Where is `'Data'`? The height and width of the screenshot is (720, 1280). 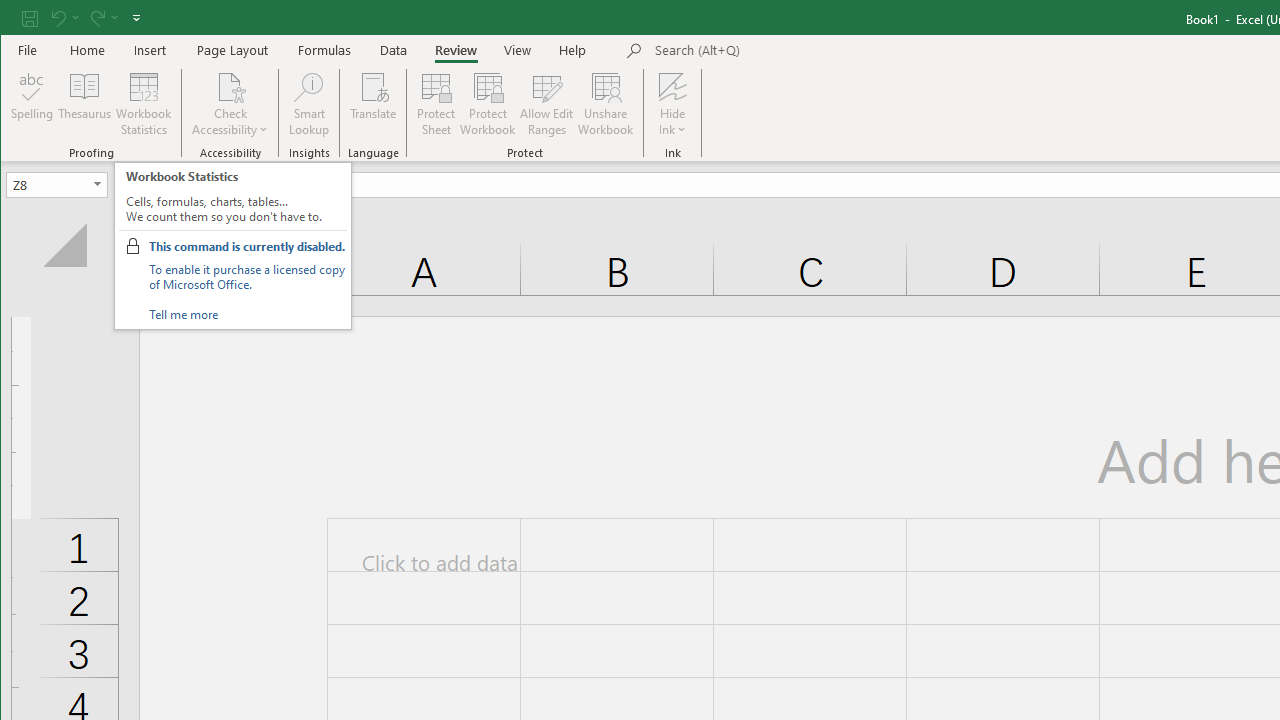
'Data' is located at coordinates (394, 49).